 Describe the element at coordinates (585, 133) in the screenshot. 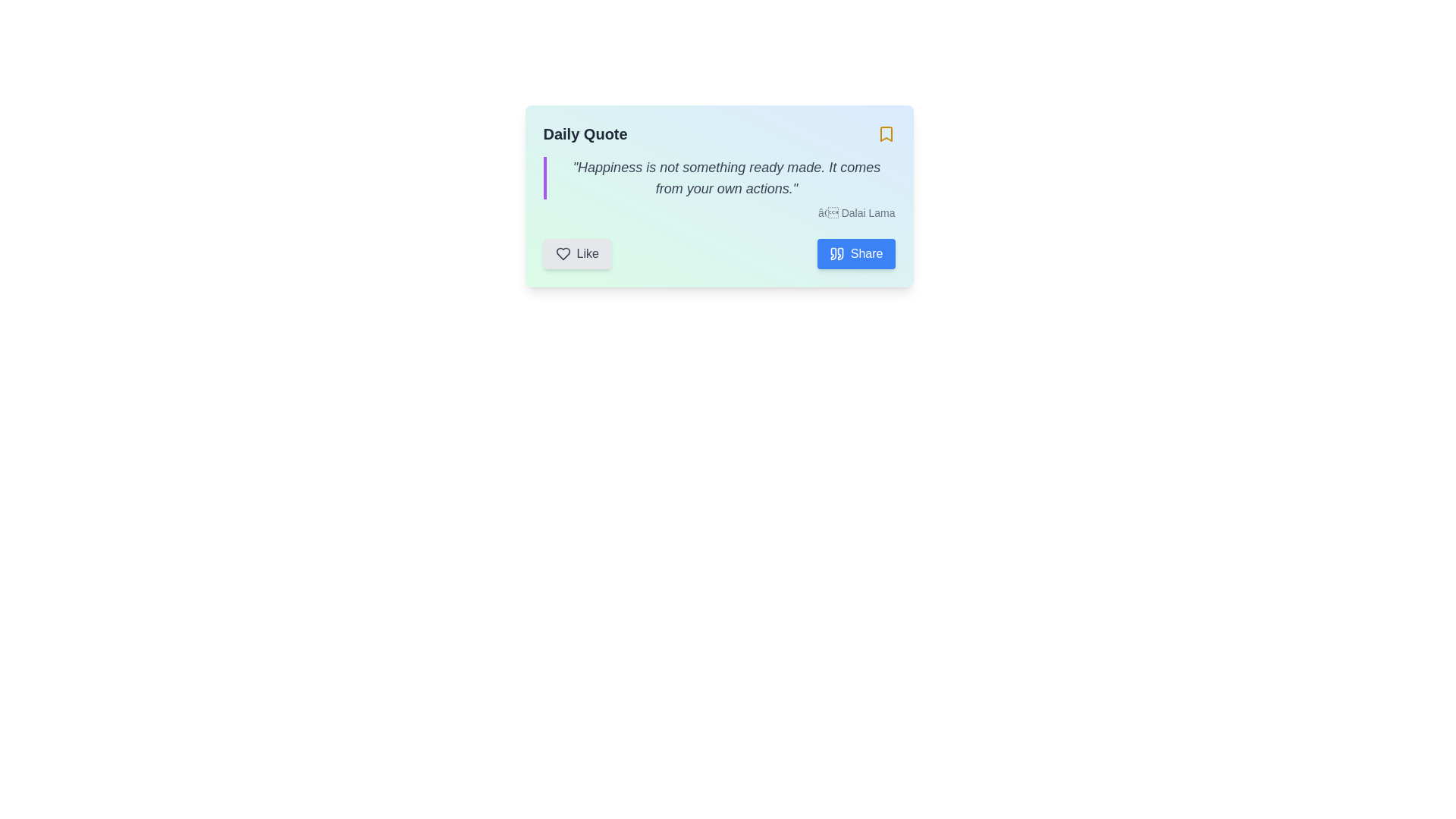

I see `the text label that serves as a heading or title for the content below, located at the top-left corner of the interface` at that location.